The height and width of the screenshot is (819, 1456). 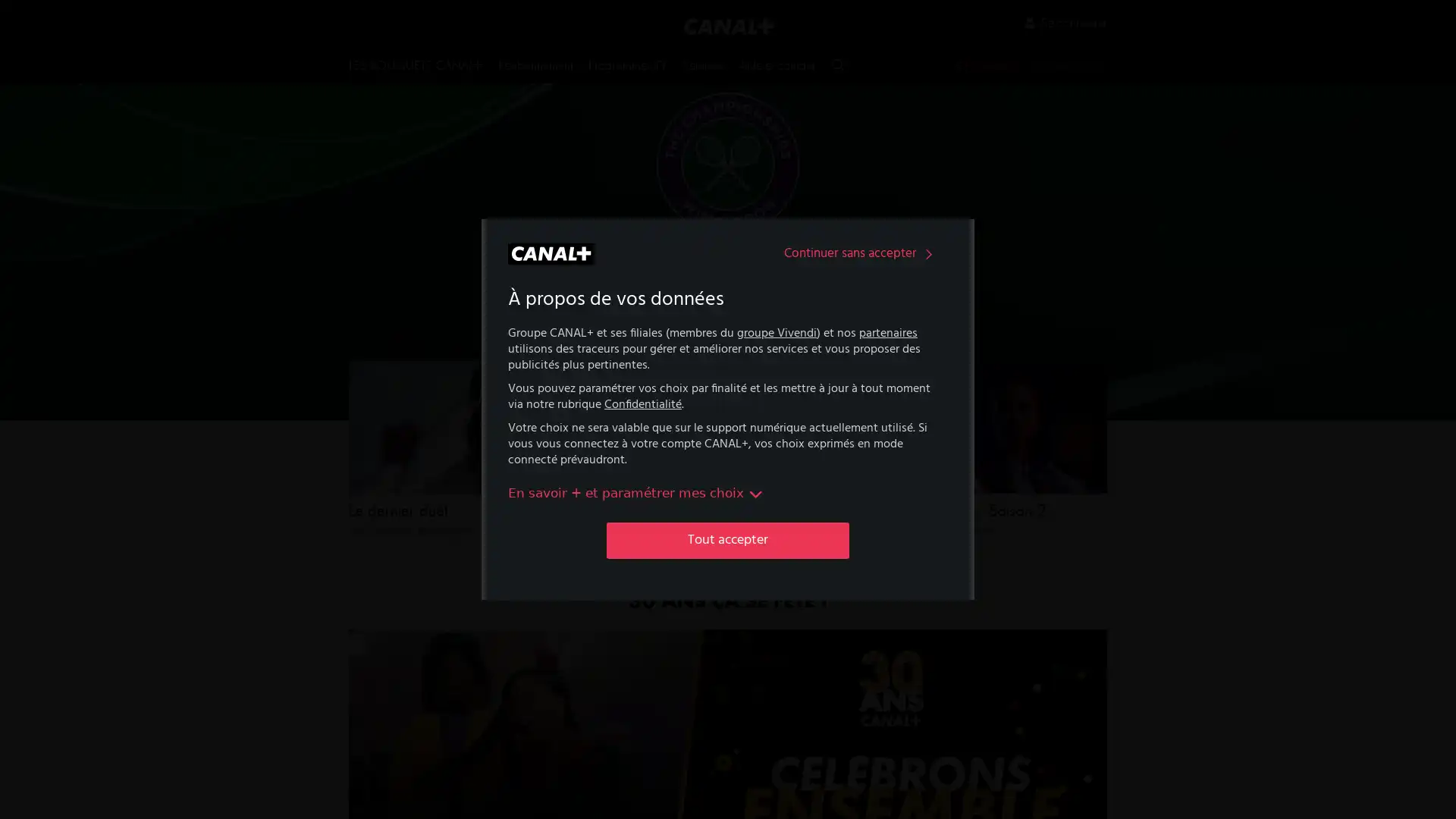 What do you see at coordinates (728, 348) in the screenshot?
I see `Gambie` at bounding box center [728, 348].